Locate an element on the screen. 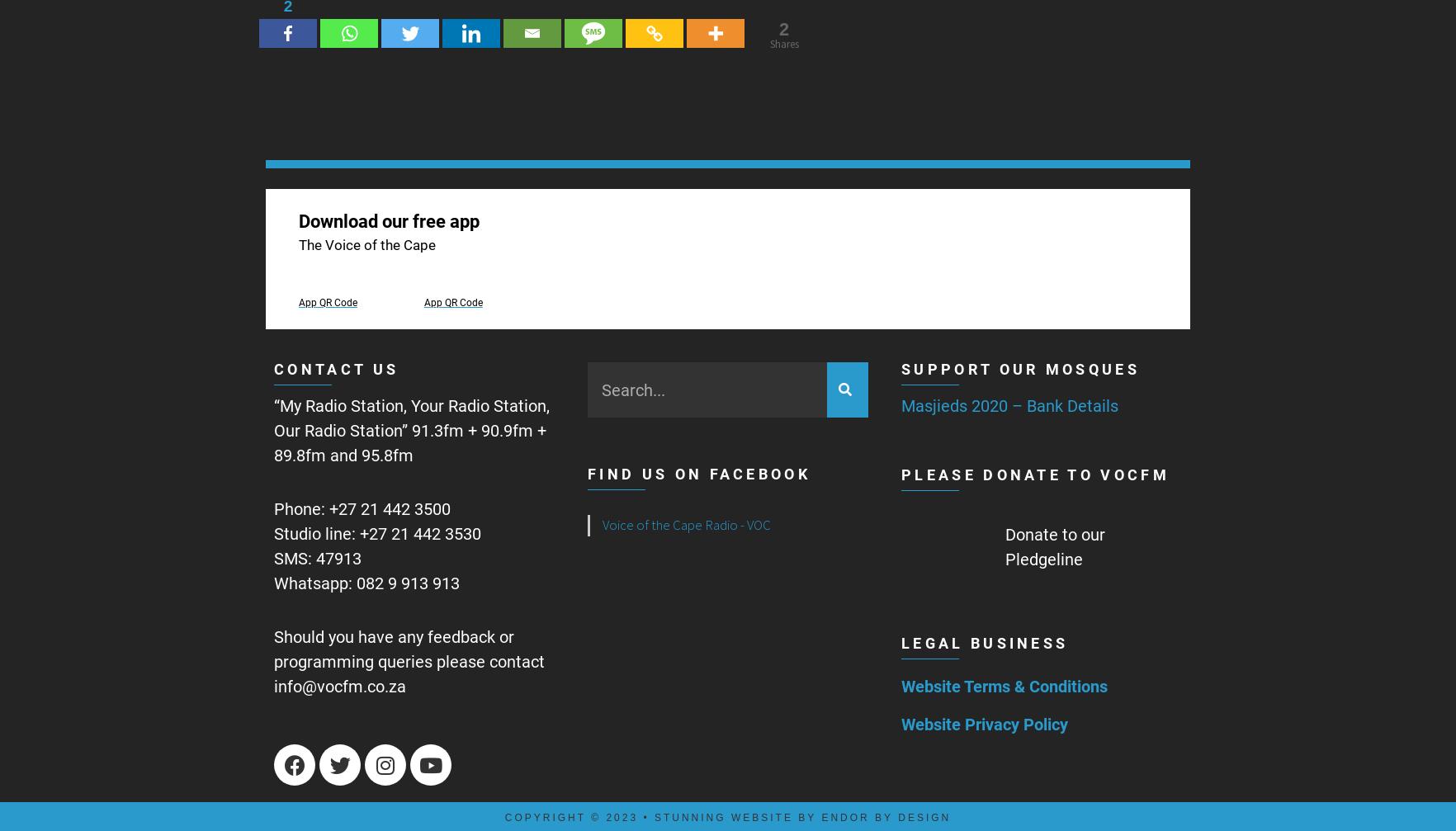 The width and height of the screenshot is (1456, 831). 'Legal Business' is located at coordinates (901, 641).